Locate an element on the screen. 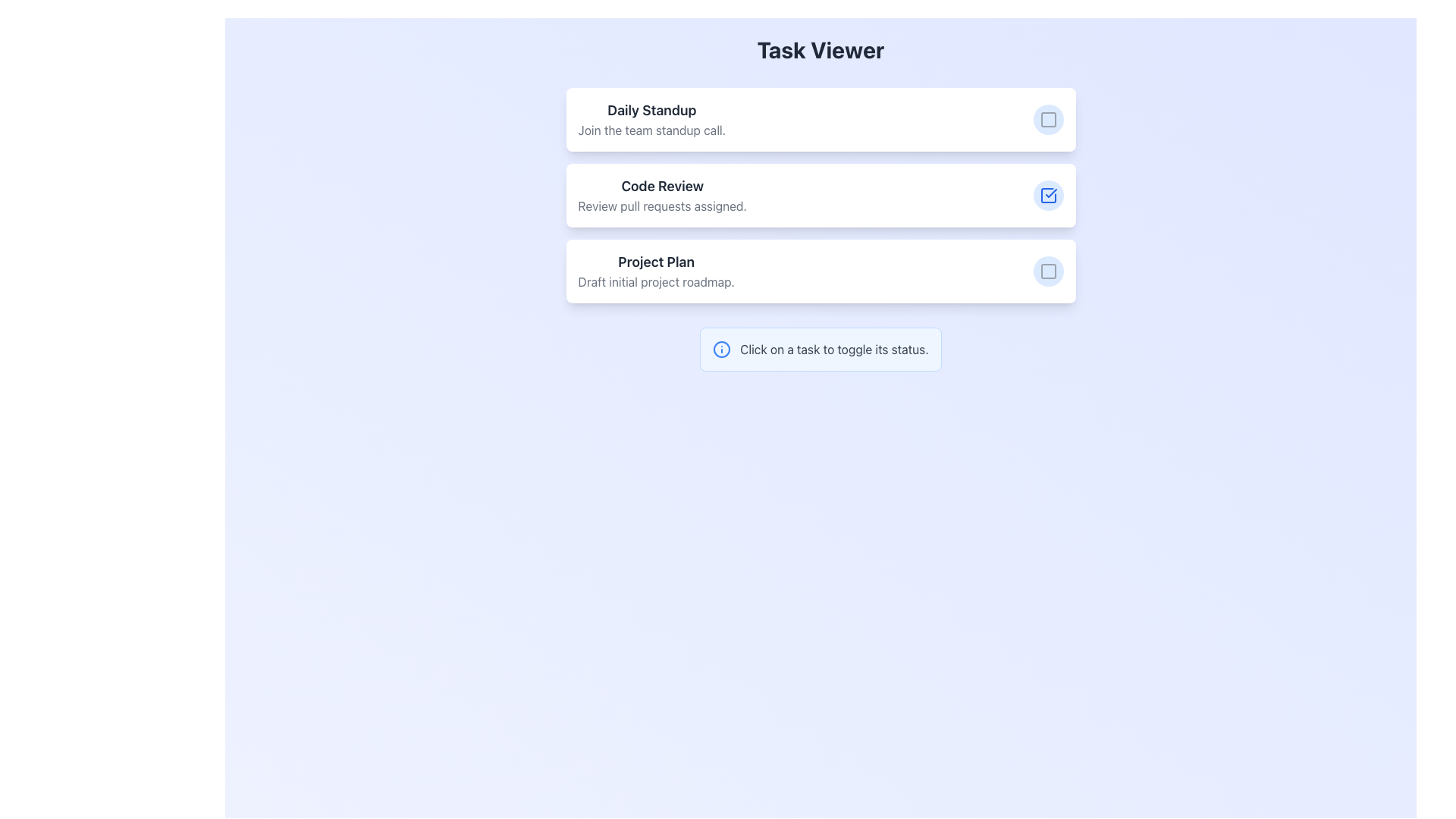 This screenshot has height=819, width=1456. the circular button with a light blue background and a blue checkmark icon to visualize the hover effect is located at coordinates (1047, 195).